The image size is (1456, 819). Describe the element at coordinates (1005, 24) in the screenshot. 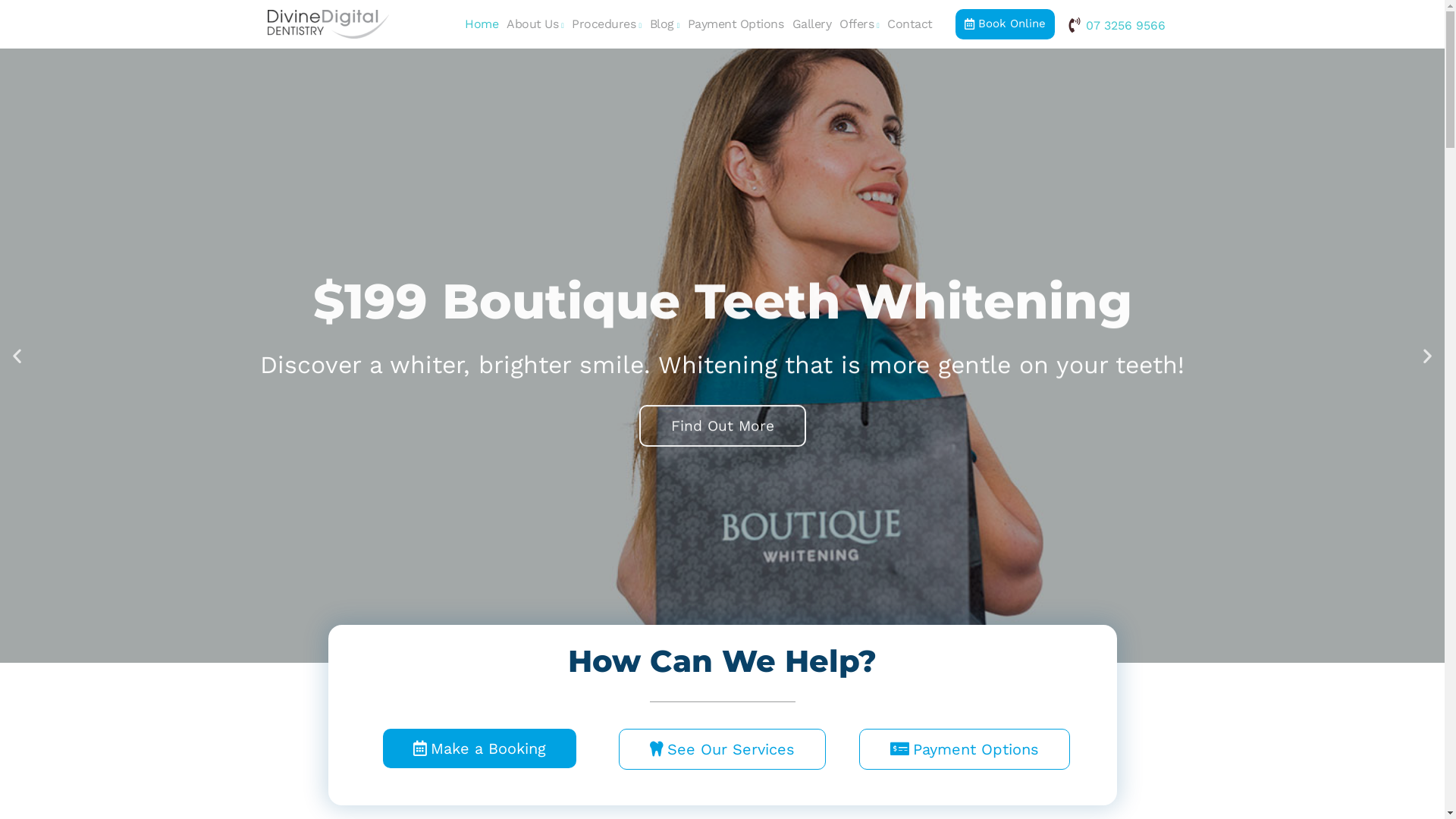

I see `'Book Online'` at that location.